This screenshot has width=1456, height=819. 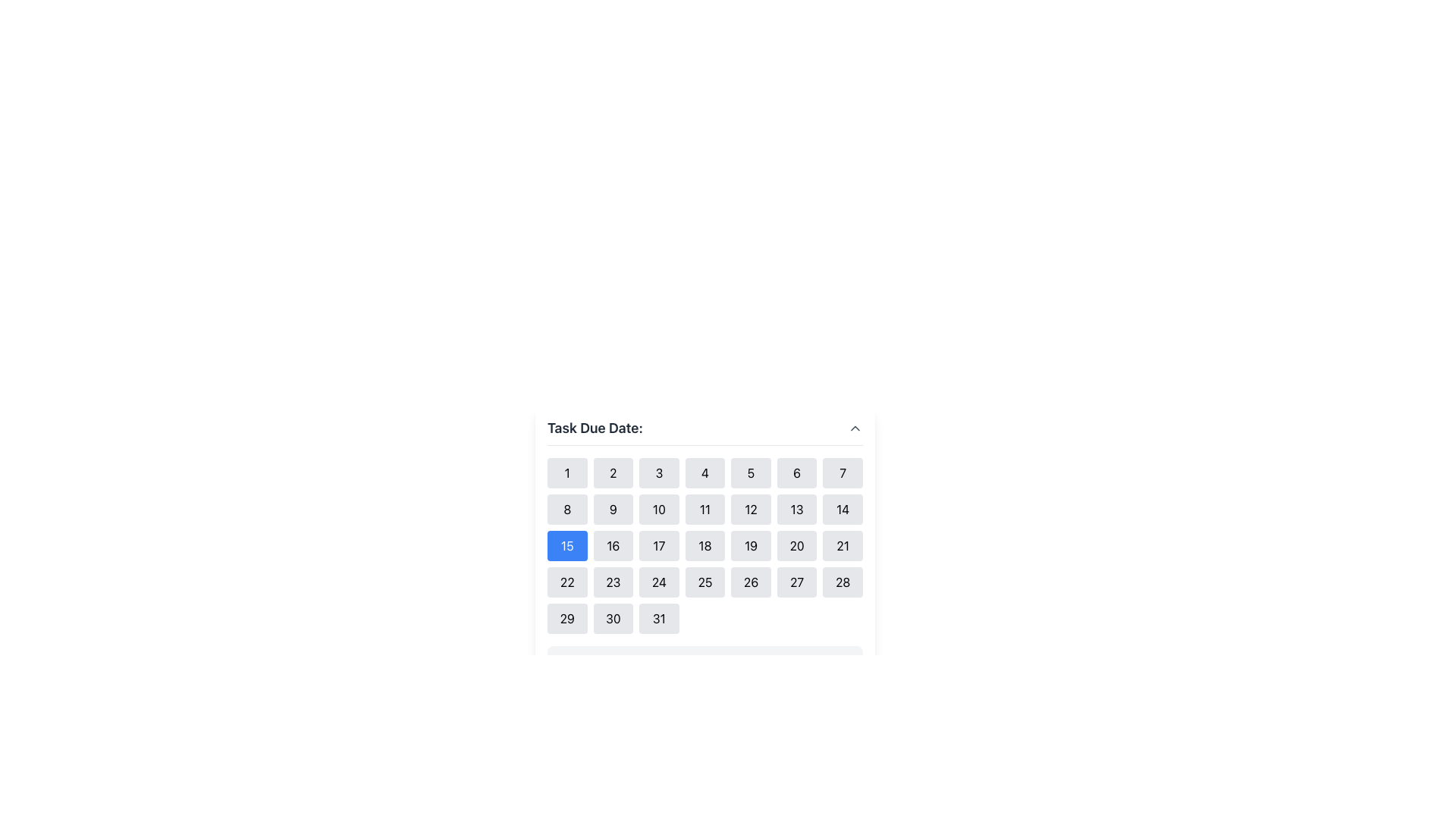 I want to click on the button representing the 15th day of the month in the calendar interface, which has a blue background and is located in the third row, first column under 'Task Due Date:', so click(x=566, y=546).